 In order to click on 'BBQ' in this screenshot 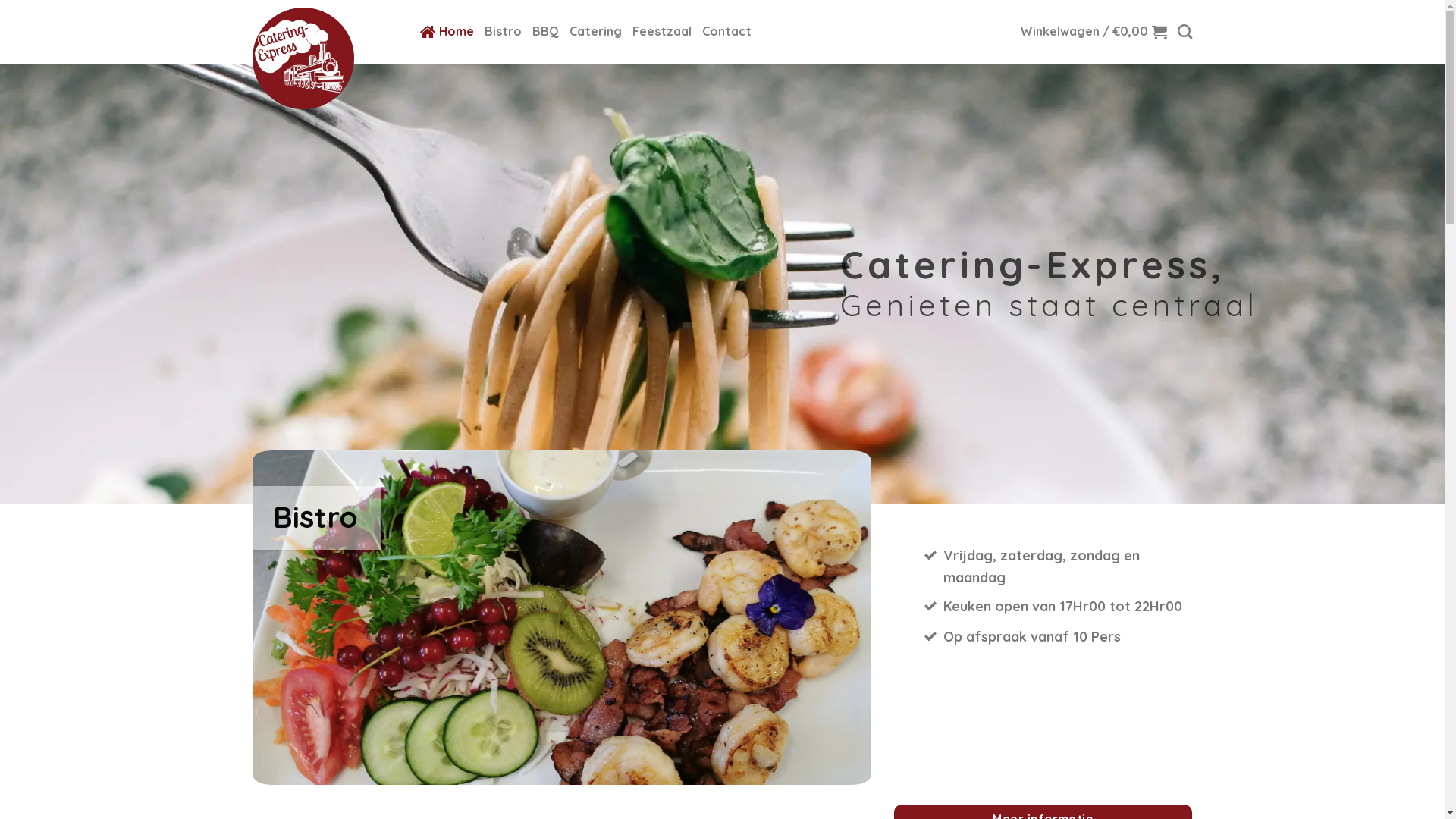, I will do `click(545, 32)`.